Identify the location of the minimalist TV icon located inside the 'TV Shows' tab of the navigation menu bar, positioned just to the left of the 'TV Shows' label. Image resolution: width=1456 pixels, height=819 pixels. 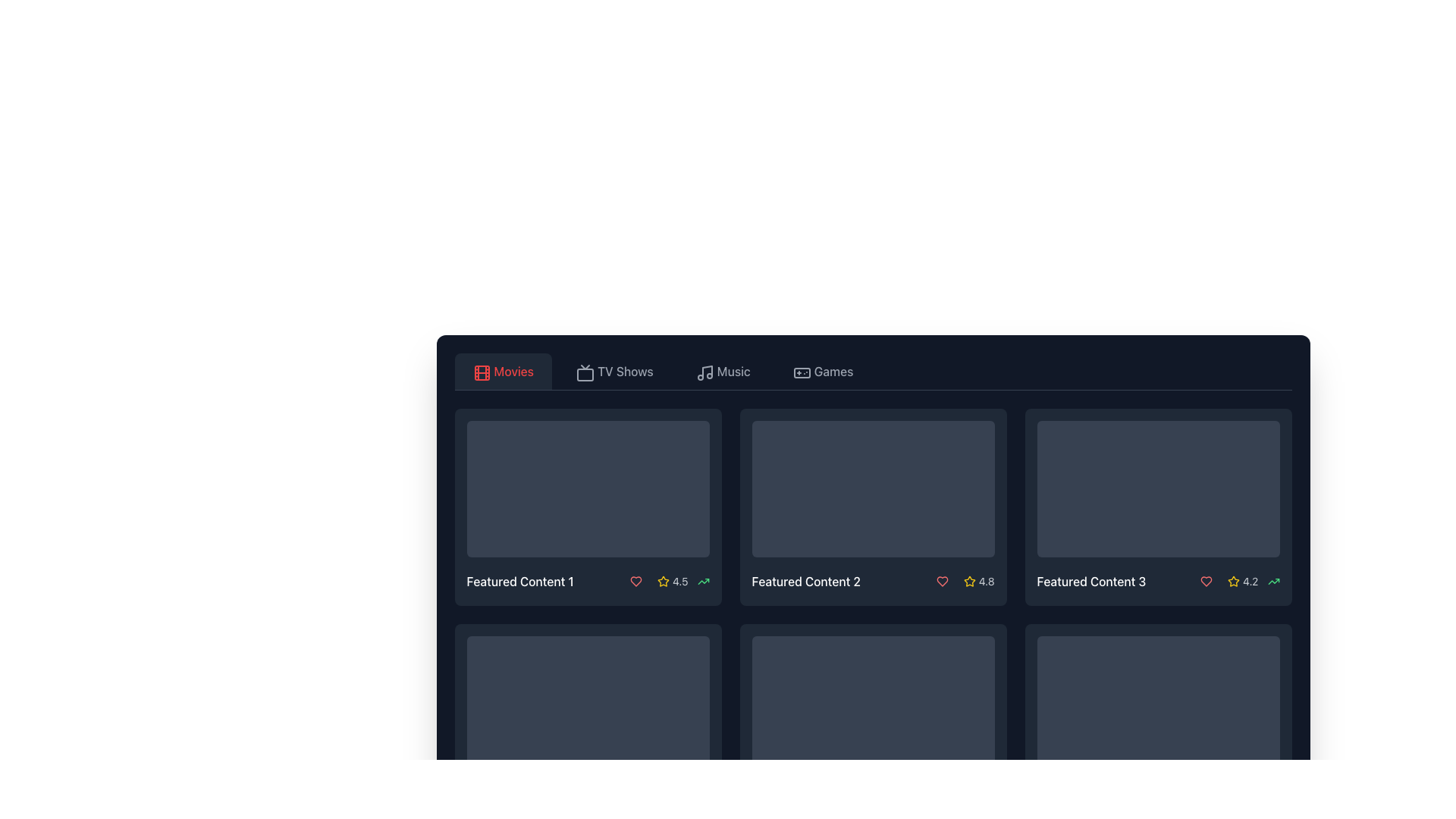
(583, 371).